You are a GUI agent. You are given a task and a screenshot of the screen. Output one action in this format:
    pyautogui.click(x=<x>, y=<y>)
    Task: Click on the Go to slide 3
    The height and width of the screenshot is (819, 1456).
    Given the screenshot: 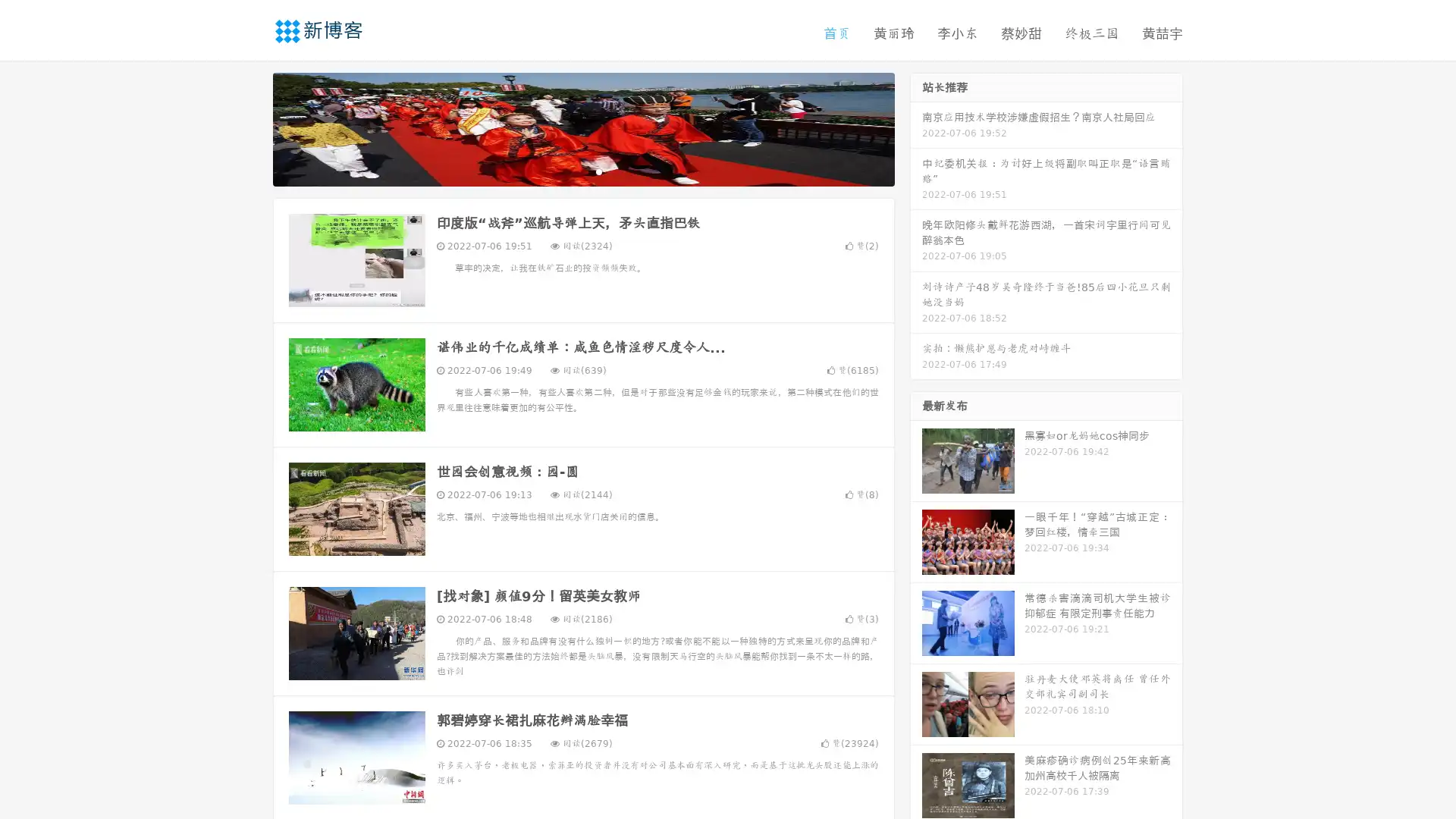 What is the action you would take?
    pyautogui.click(x=598, y=171)
    